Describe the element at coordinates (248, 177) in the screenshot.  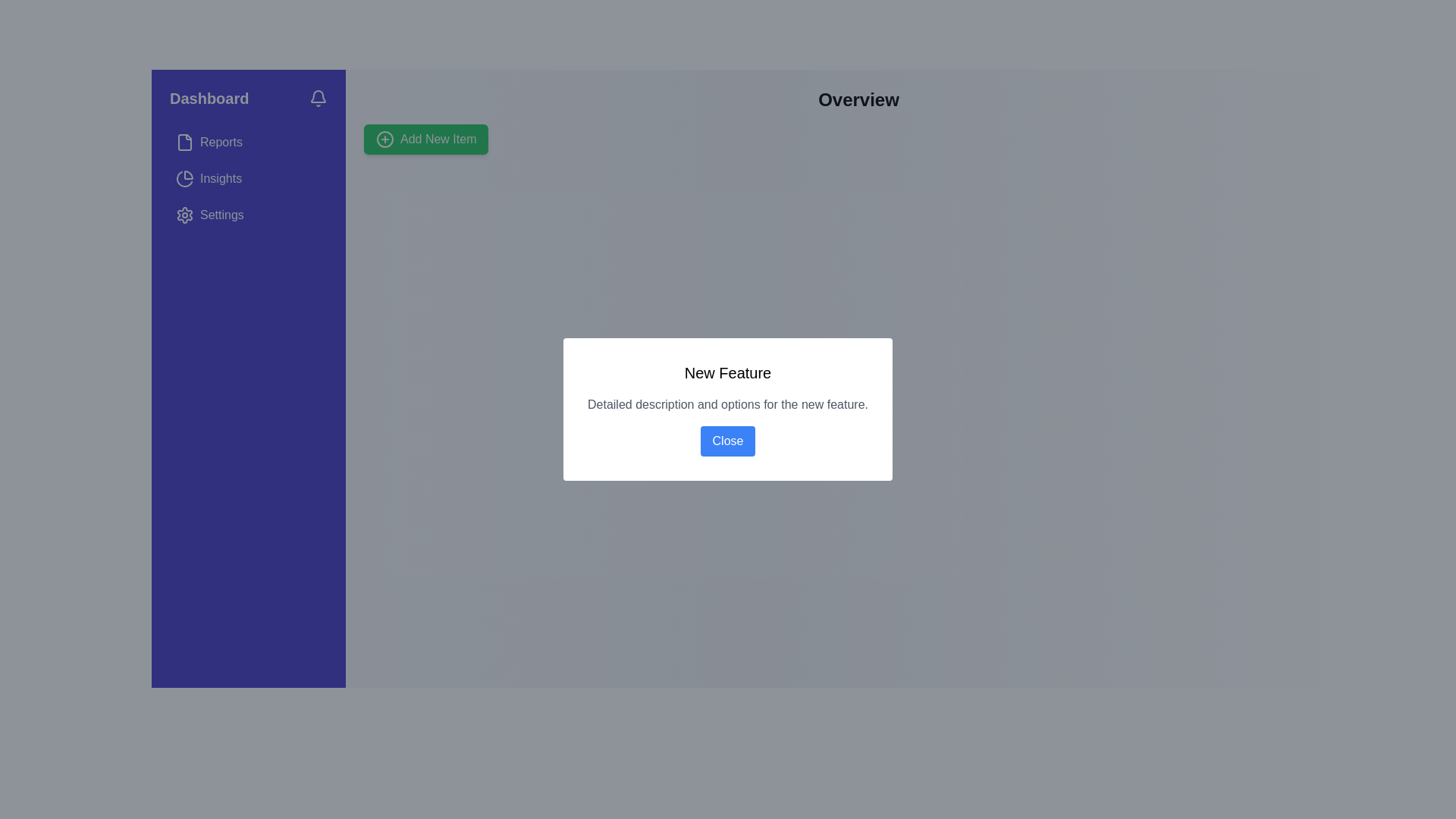
I see `the 'Insights' menu option in the left-hand navigation pane` at that location.